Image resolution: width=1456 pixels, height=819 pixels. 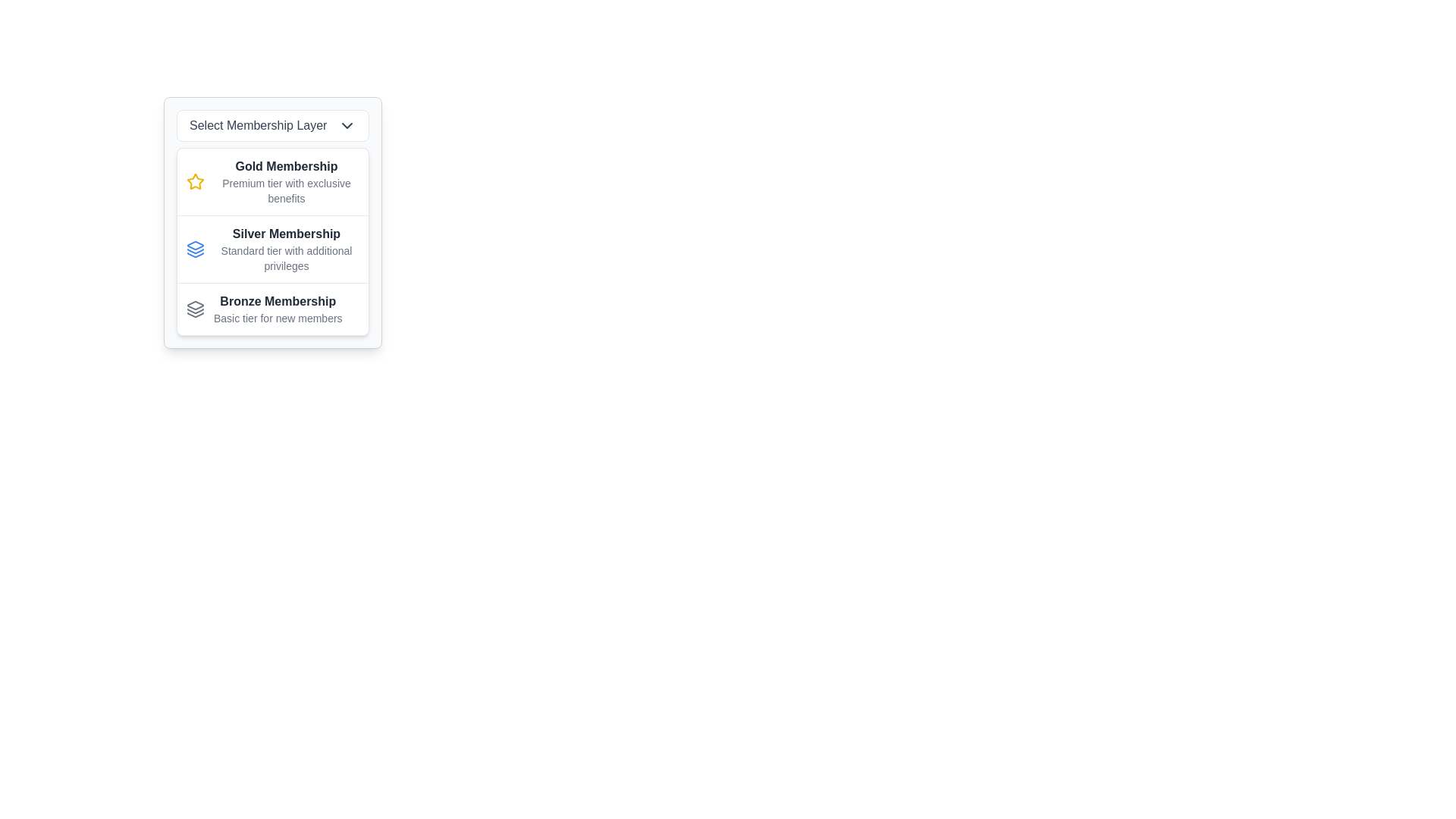 What do you see at coordinates (195, 180) in the screenshot?
I see `the membership tier represented` at bounding box center [195, 180].